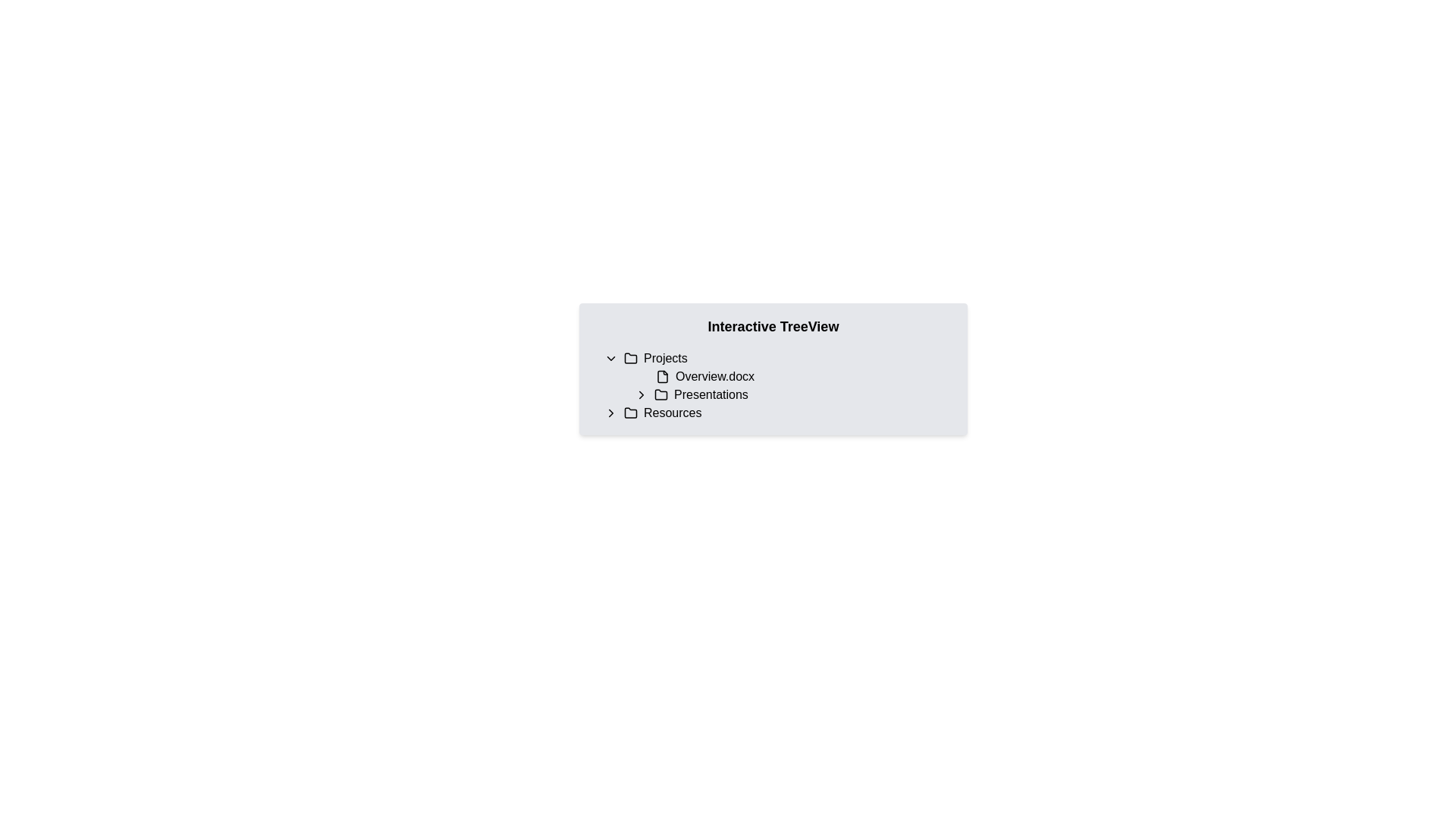 This screenshot has height=819, width=1456. I want to click on the 'Resources' folder entry in the tree view, so click(779, 413).